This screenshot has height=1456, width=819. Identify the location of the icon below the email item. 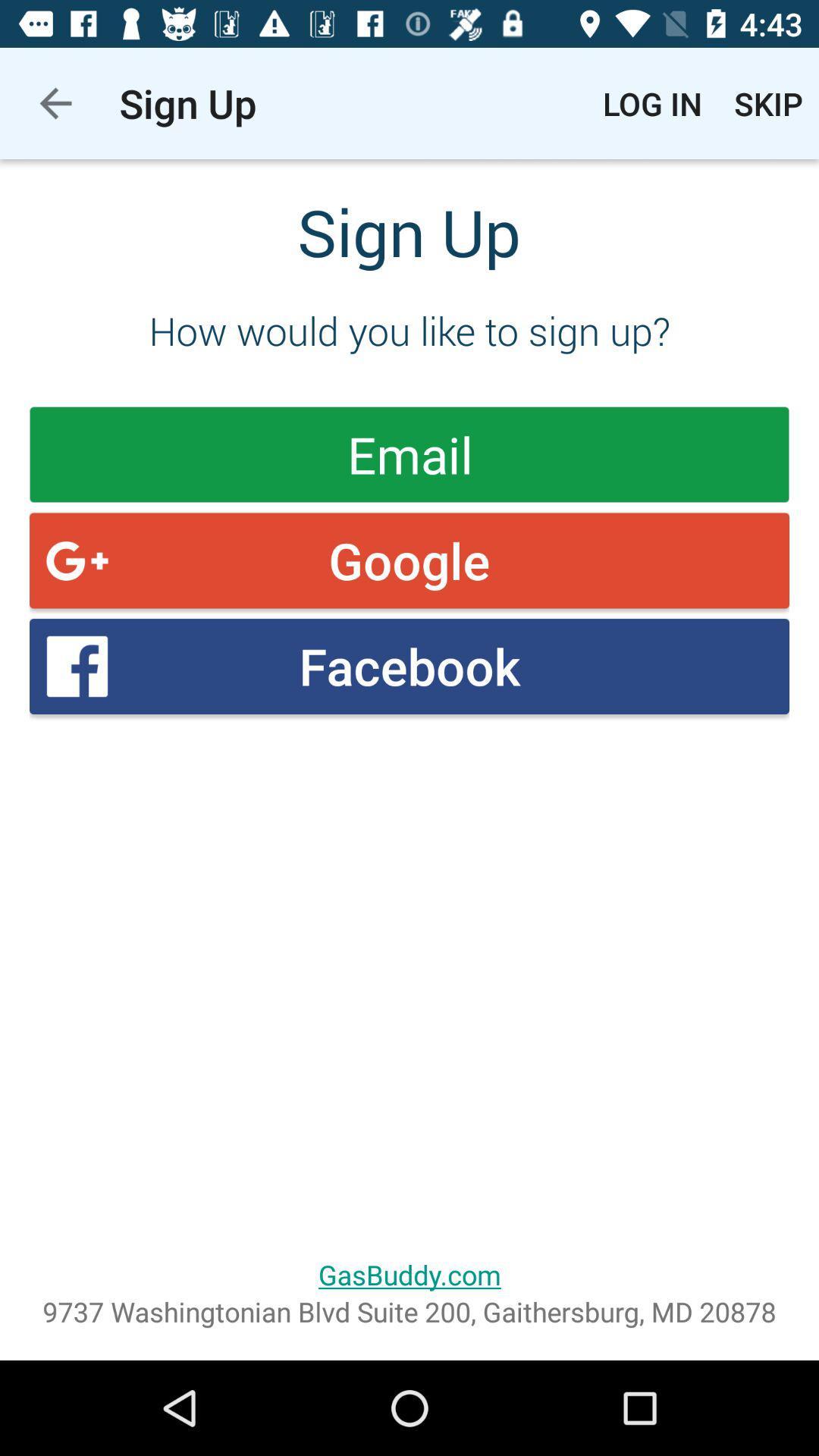
(409, 560).